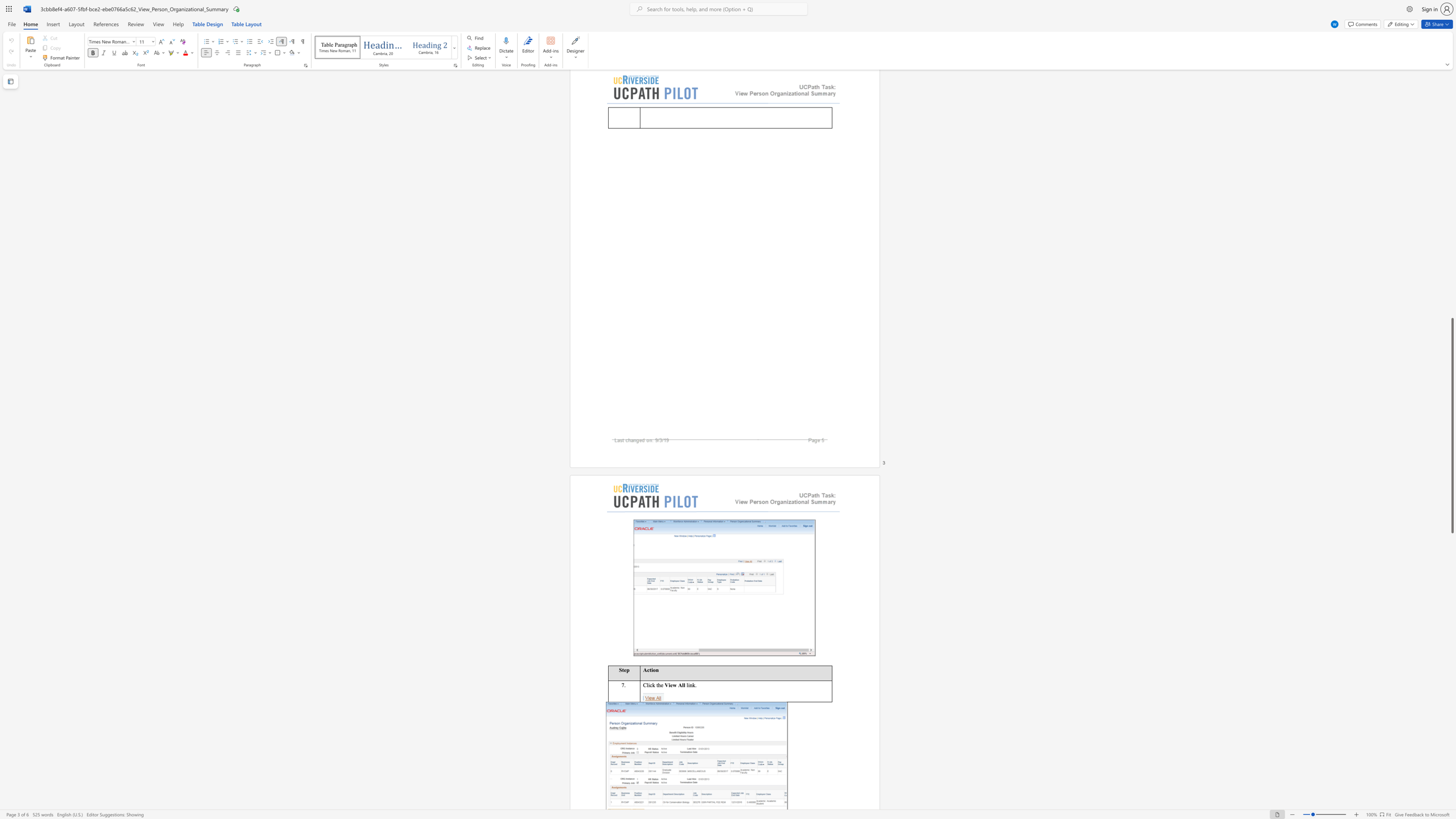 Image resolution: width=1456 pixels, height=819 pixels. What do you see at coordinates (652, 684) in the screenshot?
I see `the space between the continuous character "c" and "k" in the text` at bounding box center [652, 684].